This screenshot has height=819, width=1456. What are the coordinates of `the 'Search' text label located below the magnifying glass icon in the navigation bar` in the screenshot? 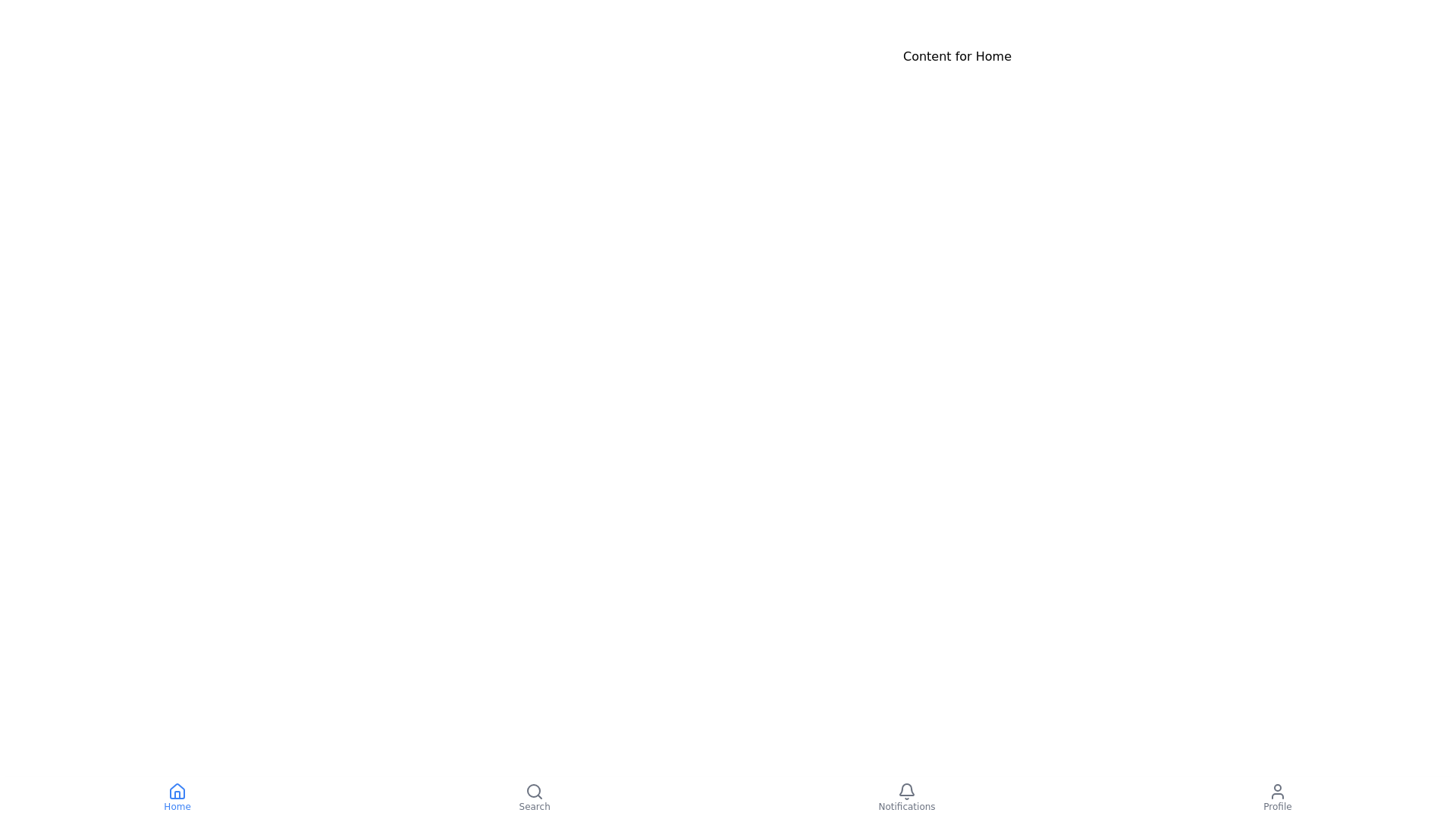 It's located at (535, 806).